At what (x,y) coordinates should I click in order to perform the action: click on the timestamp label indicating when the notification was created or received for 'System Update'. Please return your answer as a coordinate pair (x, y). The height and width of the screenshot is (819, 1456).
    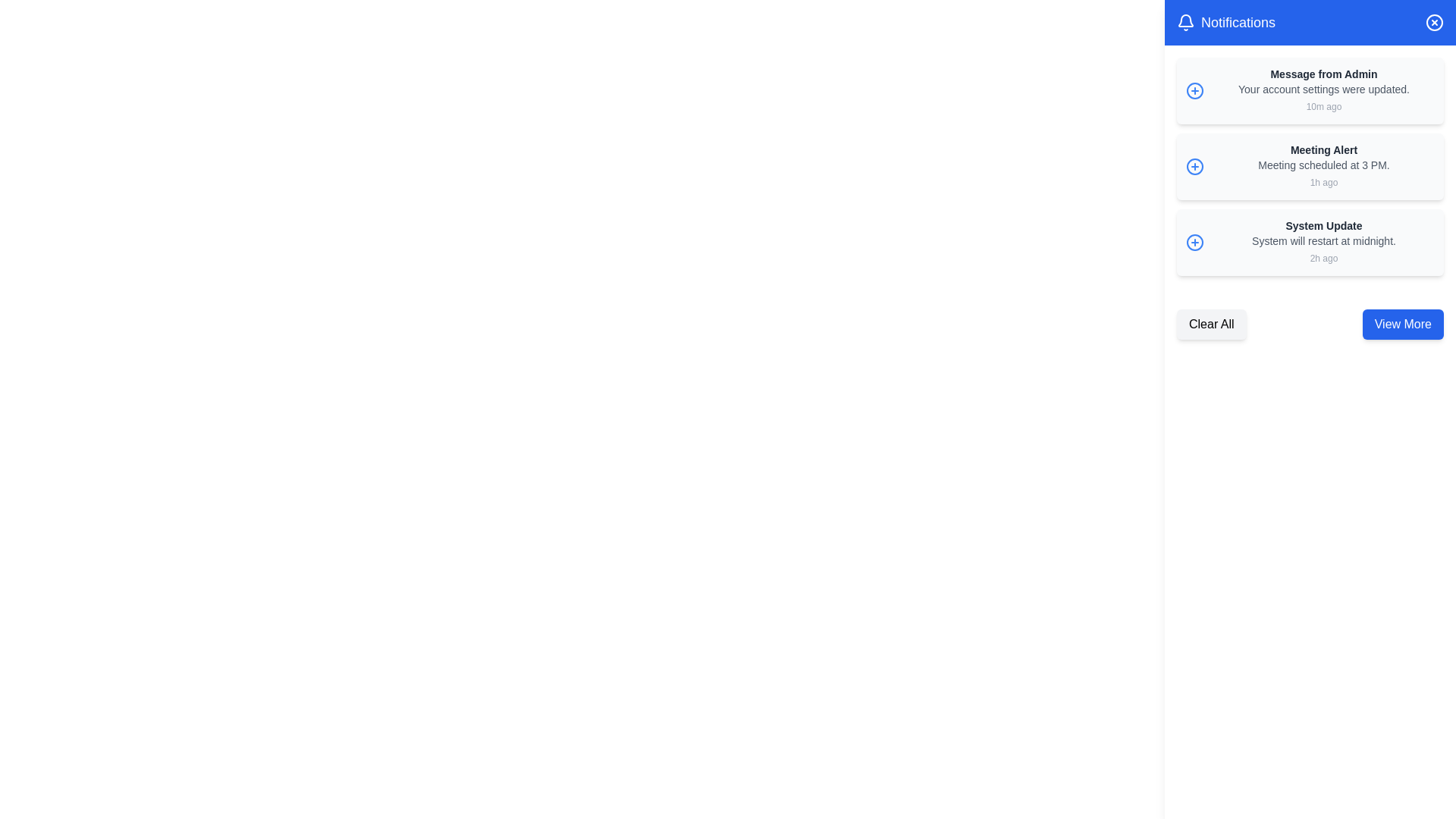
    Looking at the image, I should click on (1323, 257).